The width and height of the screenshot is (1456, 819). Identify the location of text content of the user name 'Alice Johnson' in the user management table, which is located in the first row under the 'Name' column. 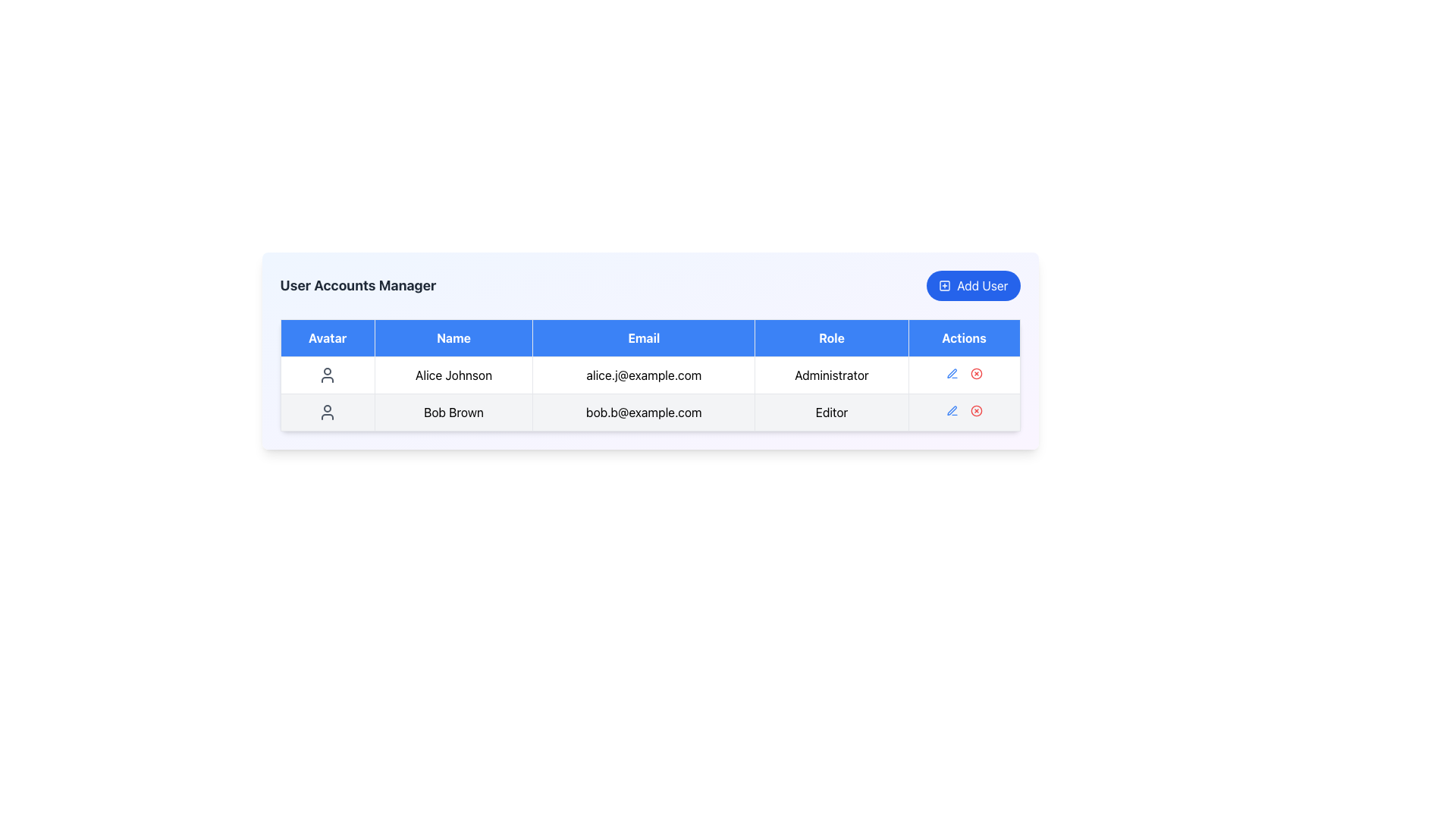
(453, 375).